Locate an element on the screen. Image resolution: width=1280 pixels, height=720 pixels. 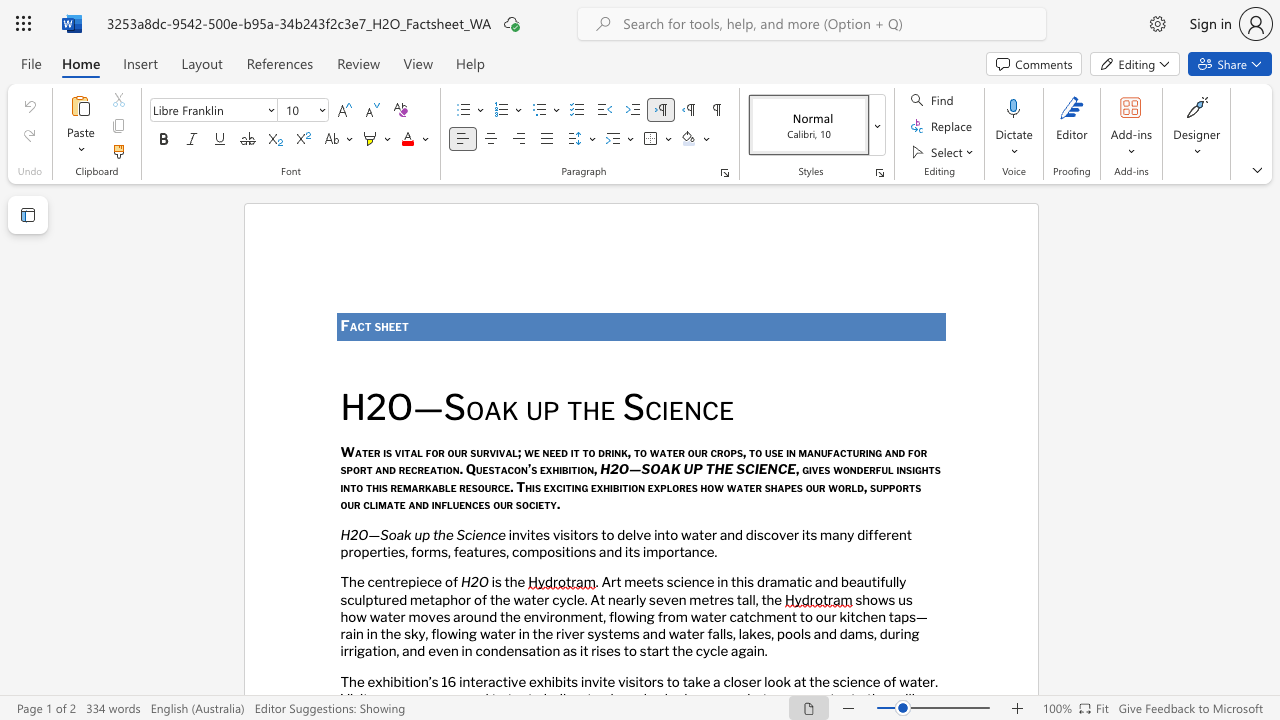
the space between the continuous character "o" and "n" in the text is located at coordinates (580, 551).